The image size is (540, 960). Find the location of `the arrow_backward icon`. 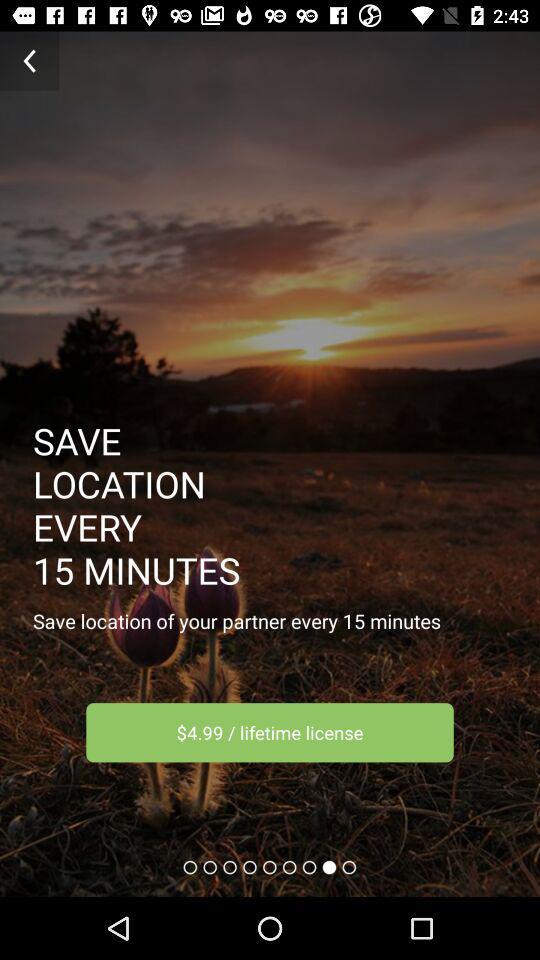

the arrow_backward icon is located at coordinates (28, 61).